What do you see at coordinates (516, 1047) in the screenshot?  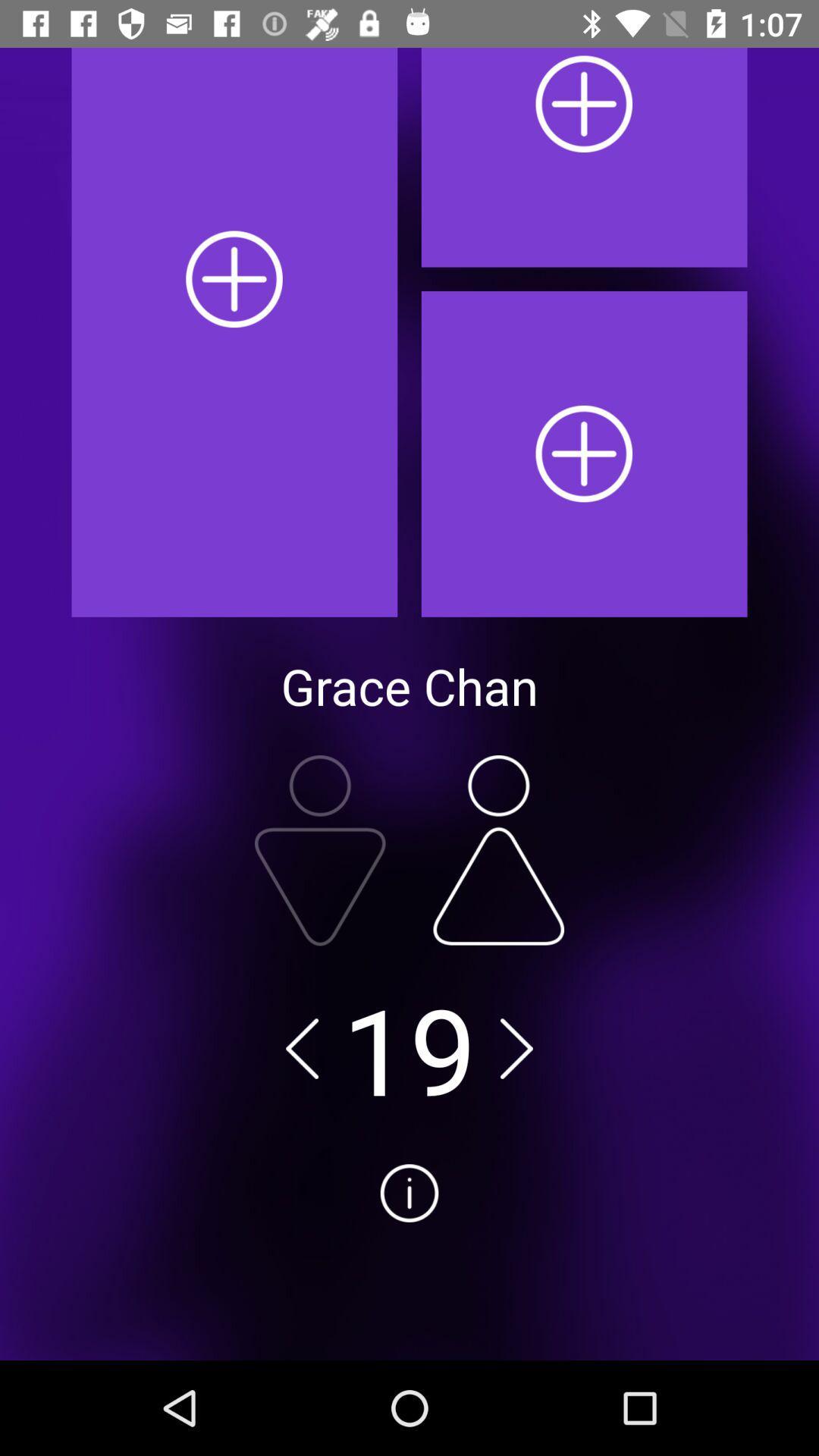 I see `go forward` at bounding box center [516, 1047].